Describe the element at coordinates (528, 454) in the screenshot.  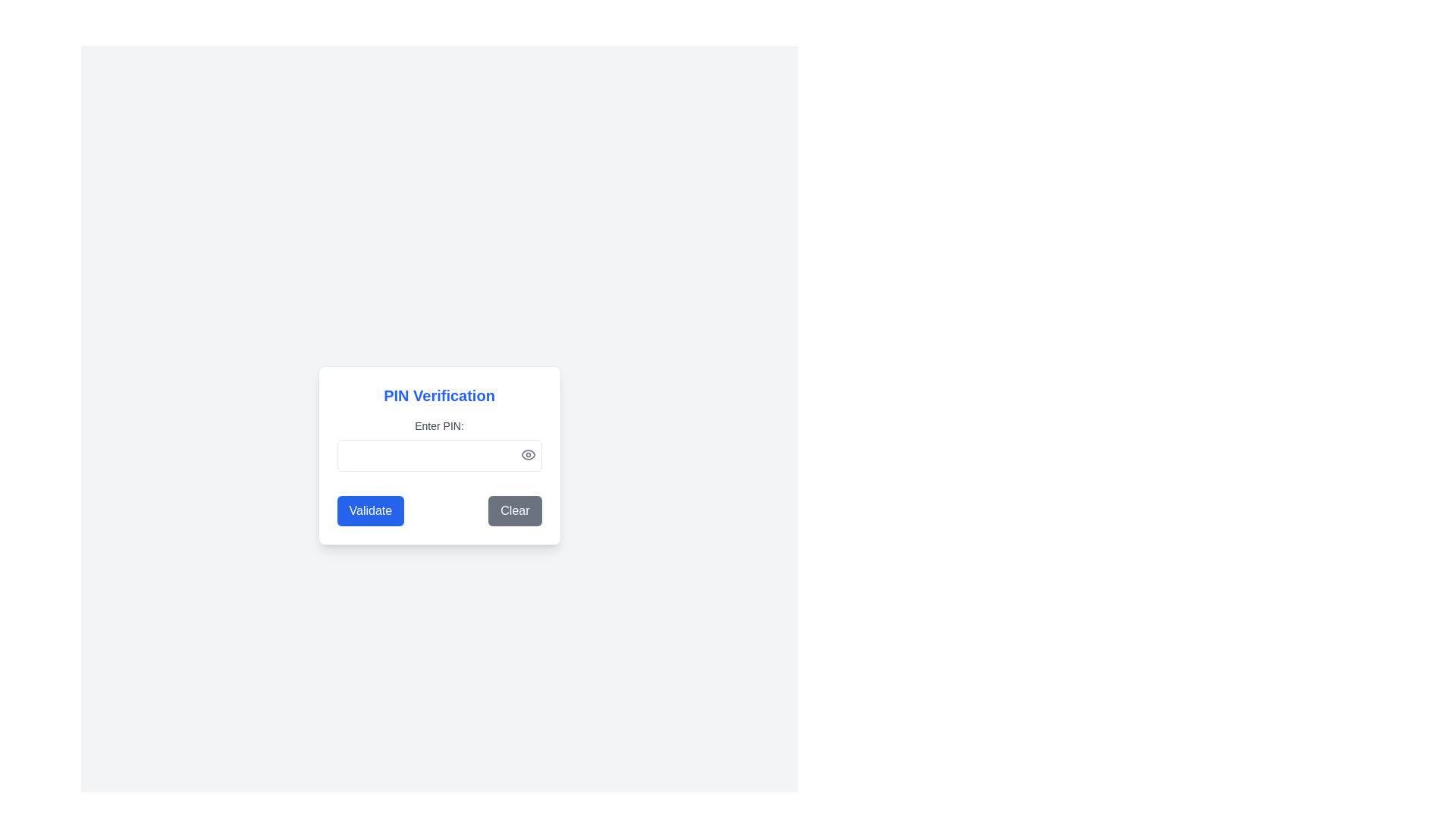
I see `the toggle visibility button (eye icon) located in the top-right corner of the password input field` at that location.